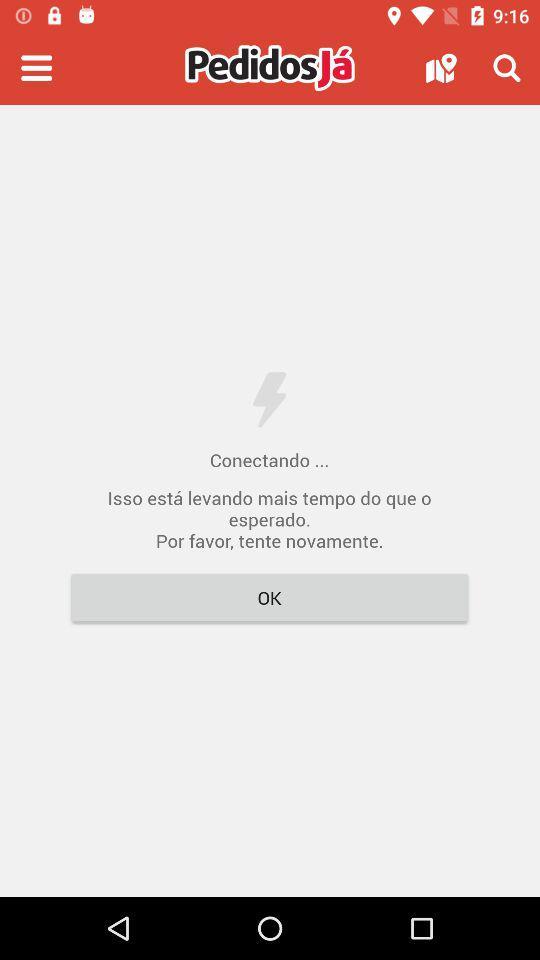 The height and width of the screenshot is (960, 540). What do you see at coordinates (36, 68) in the screenshot?
I see `open app 's menu` at bounding box center [36, 68].